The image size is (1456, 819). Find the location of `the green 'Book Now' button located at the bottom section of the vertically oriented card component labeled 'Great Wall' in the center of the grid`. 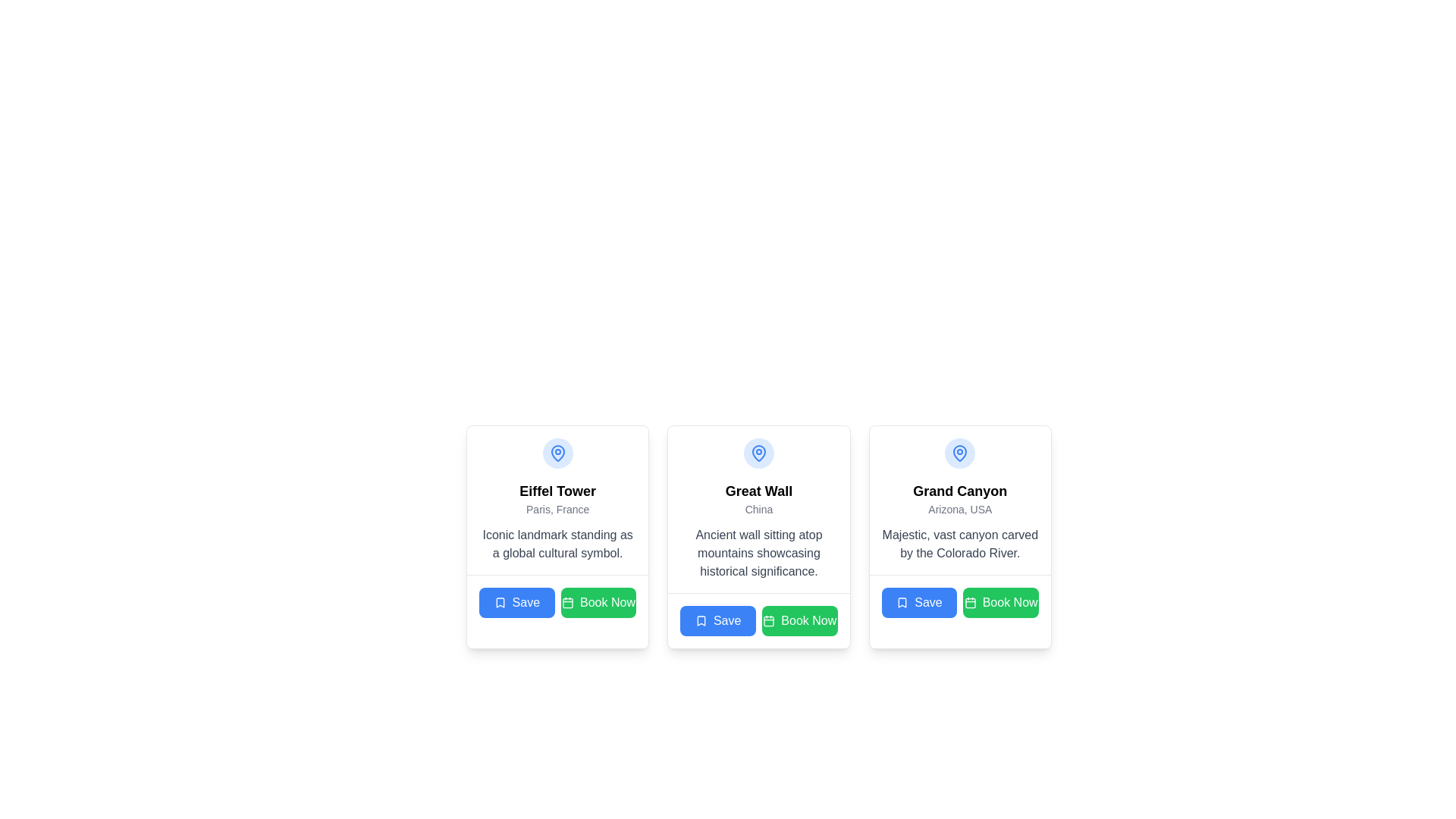

the green 'Book Now' button located at the bottom section of the vertically oriented card component labeled 'Great Wall' in the center of the grid is located at coordinates (759, 579).